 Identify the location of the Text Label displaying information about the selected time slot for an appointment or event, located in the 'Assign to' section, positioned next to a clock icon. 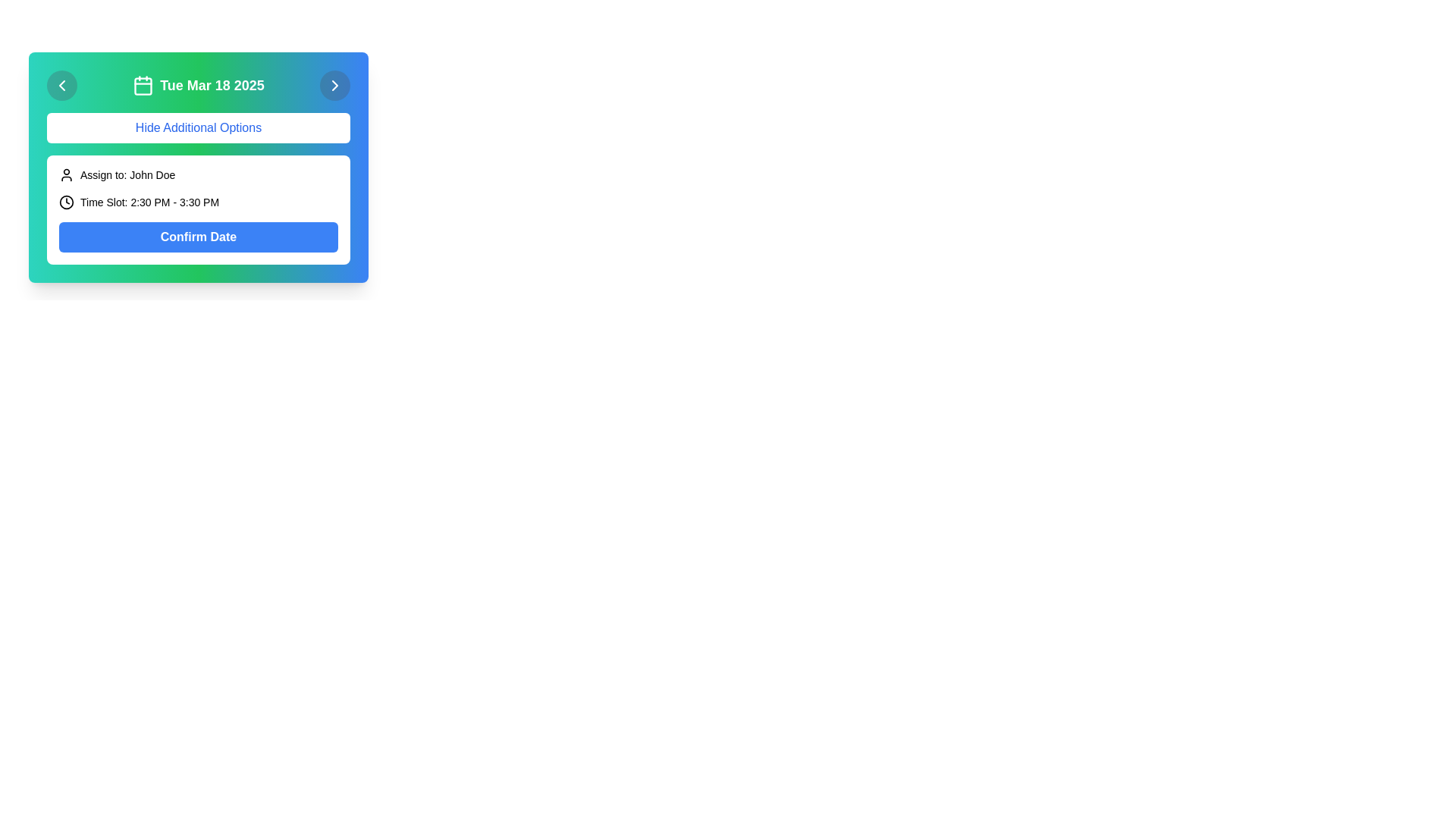
(149, 201).